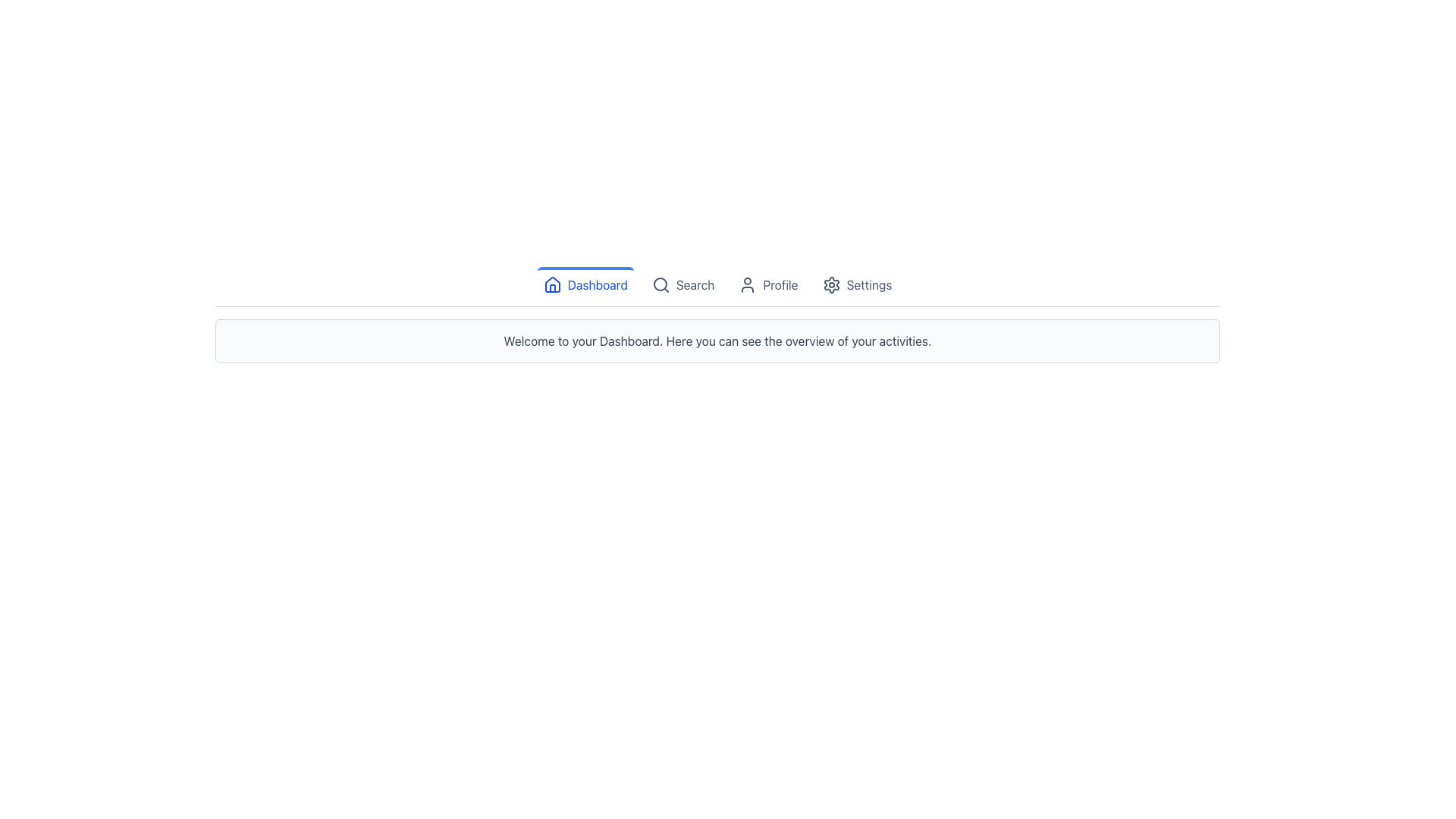 The width and height of the screenshot is (1456, 819). I want to click on the settings icon located in the navigation bar, adjacent to the 'Settings' text, so click(830, 284).